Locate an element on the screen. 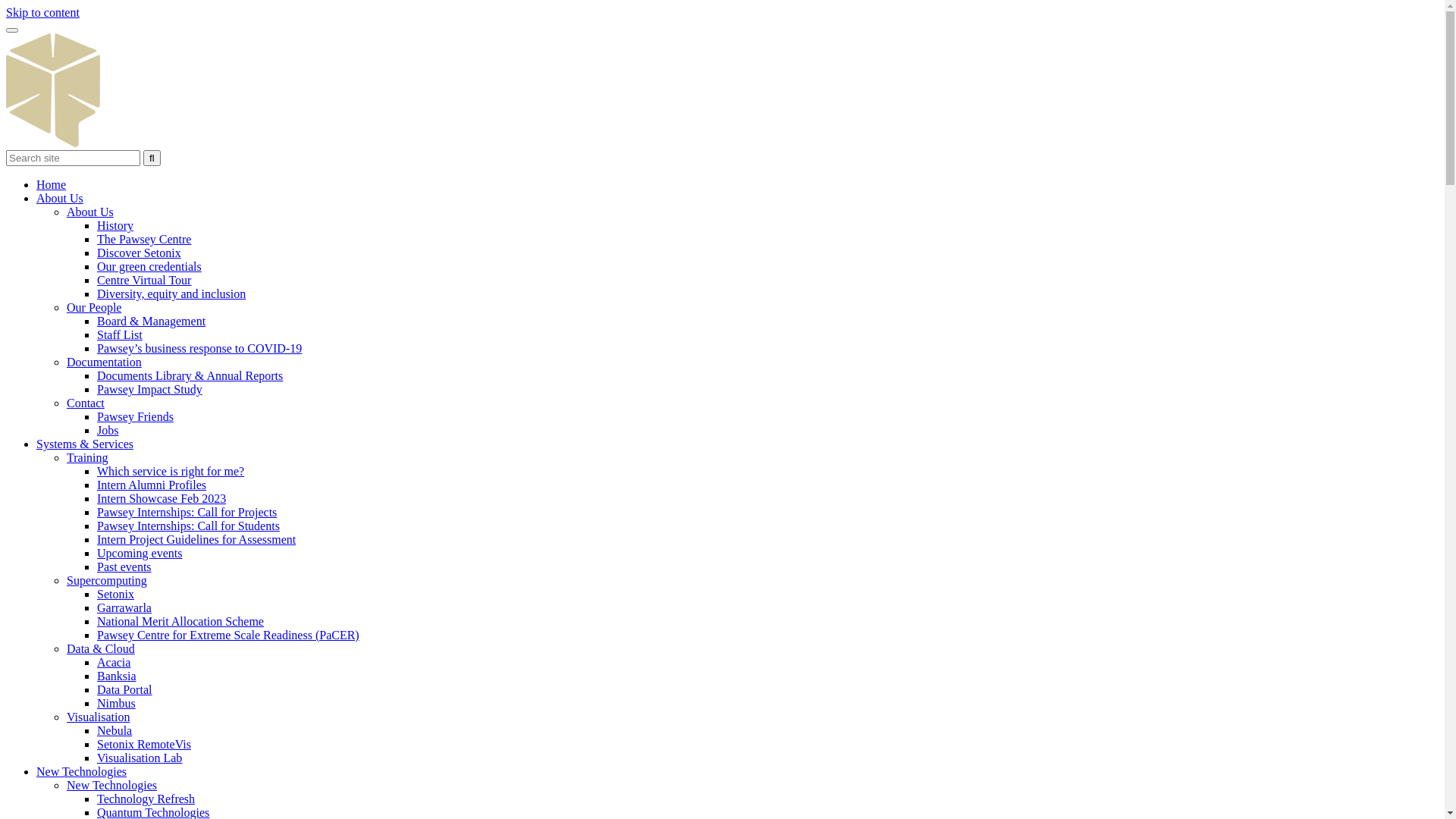  'Our green credentials' is located at coordinates (96, 265).